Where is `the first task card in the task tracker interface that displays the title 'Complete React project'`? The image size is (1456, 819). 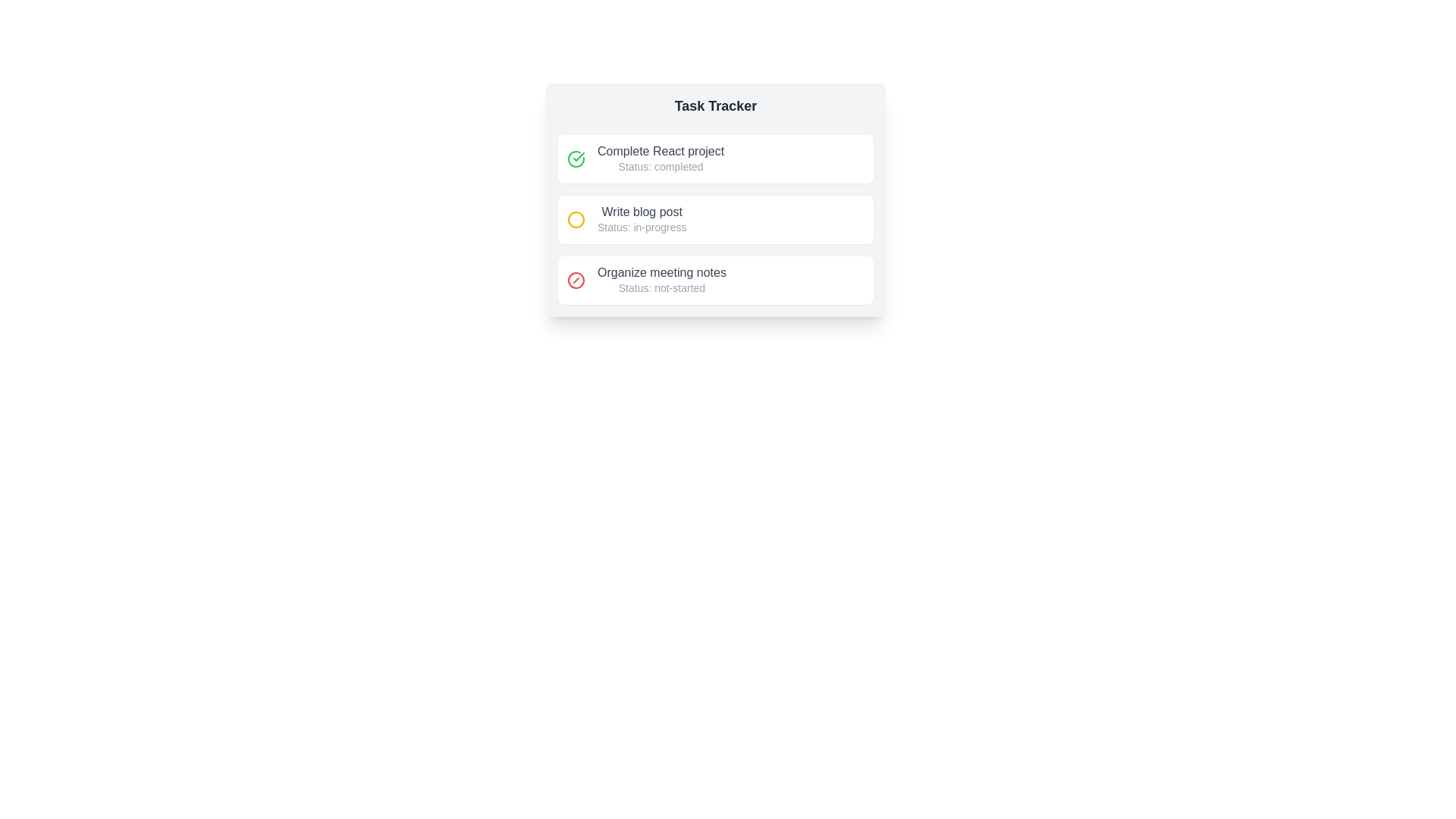 the first task card in the task tracker interface that displays the title 'Complete React project' is located at coordinates (715, 158).